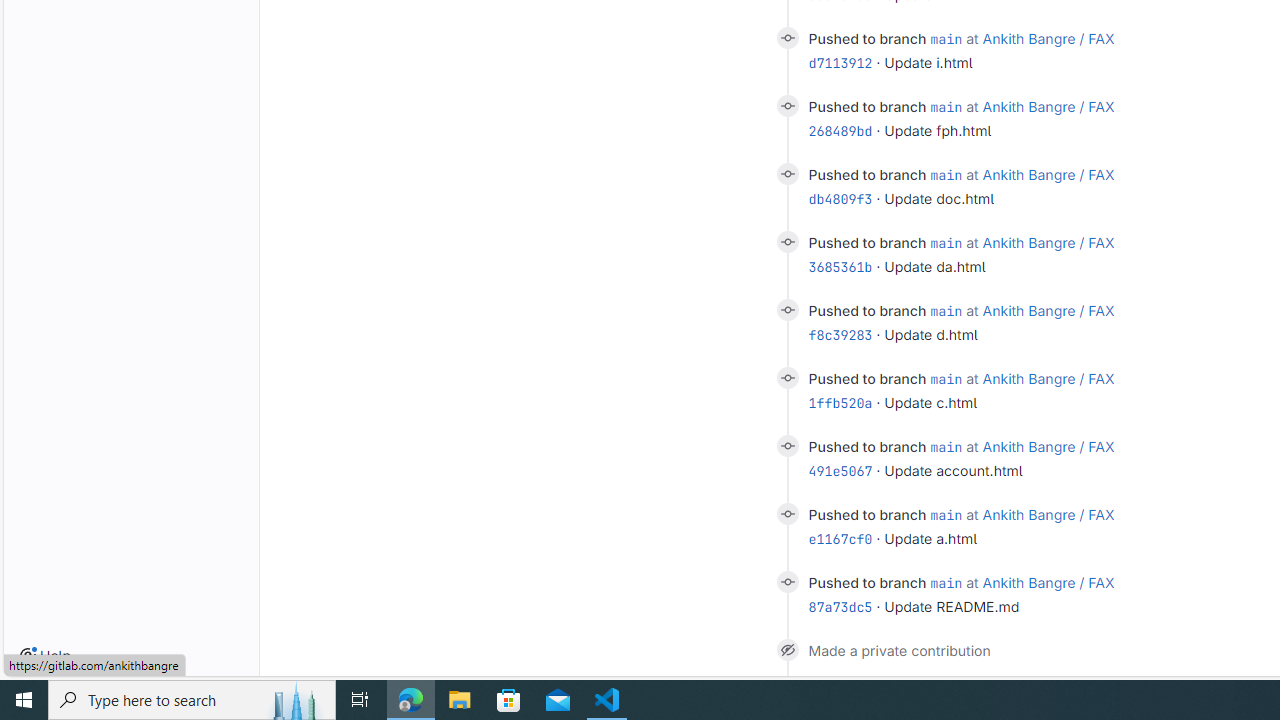  I want to click on '268489bd', so click(840, 130).